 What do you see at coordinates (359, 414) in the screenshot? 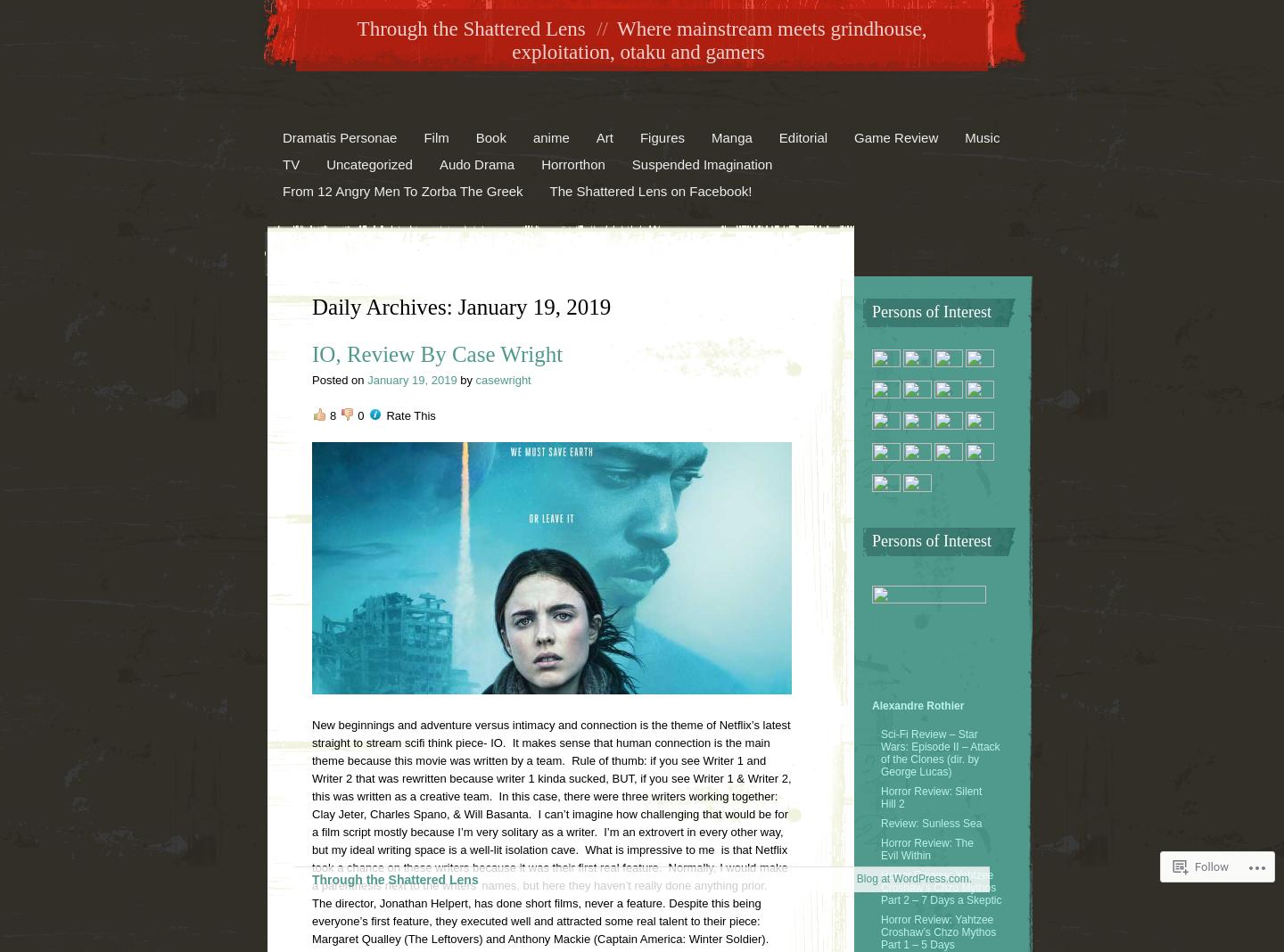
I see `'0'` at bounding box center [359, 414].